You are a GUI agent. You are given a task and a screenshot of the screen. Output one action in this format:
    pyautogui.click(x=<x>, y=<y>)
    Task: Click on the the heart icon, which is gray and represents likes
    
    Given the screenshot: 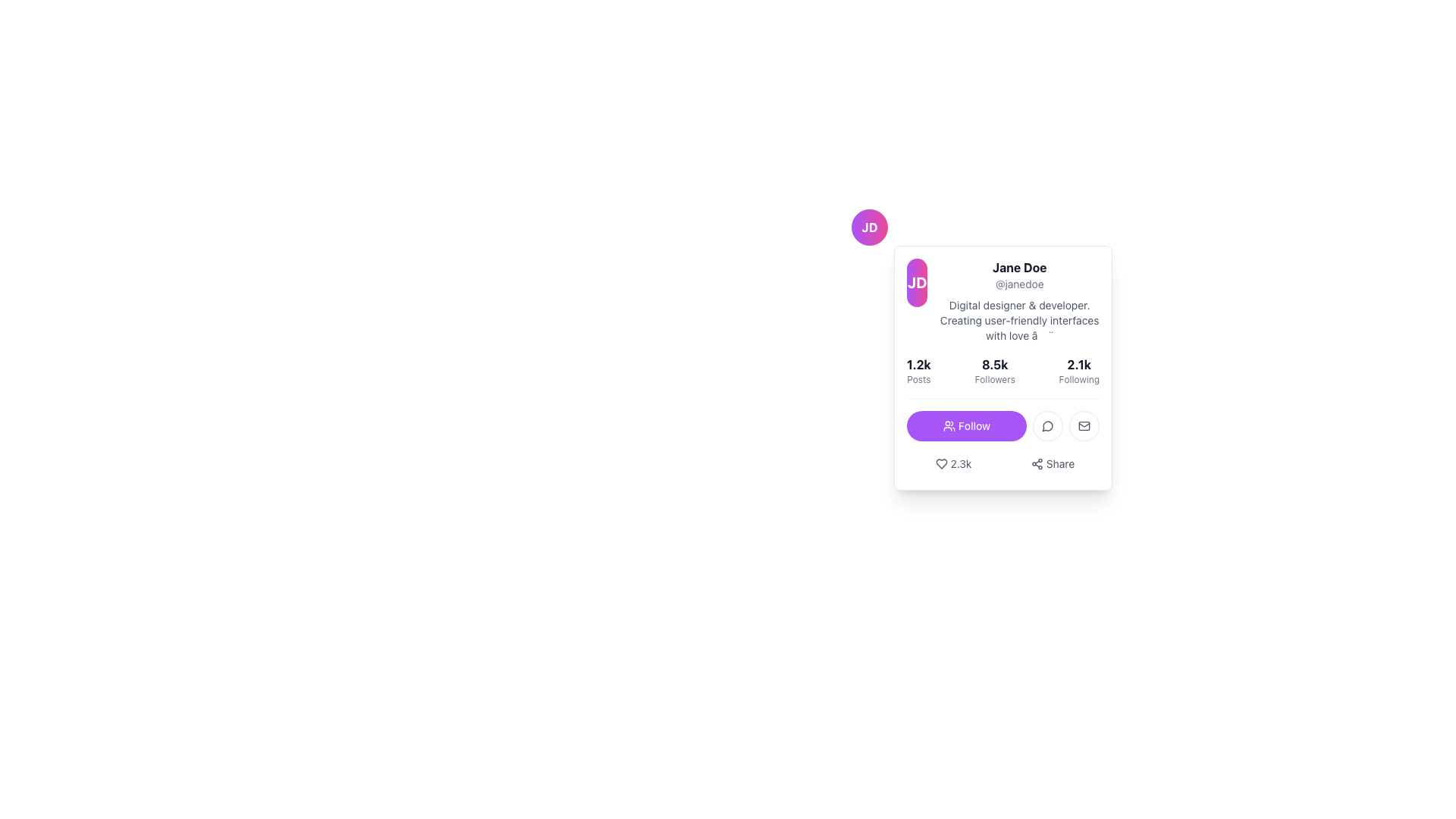 What is the action you would take?
    pyautogui.click(x=940, y=463)
    